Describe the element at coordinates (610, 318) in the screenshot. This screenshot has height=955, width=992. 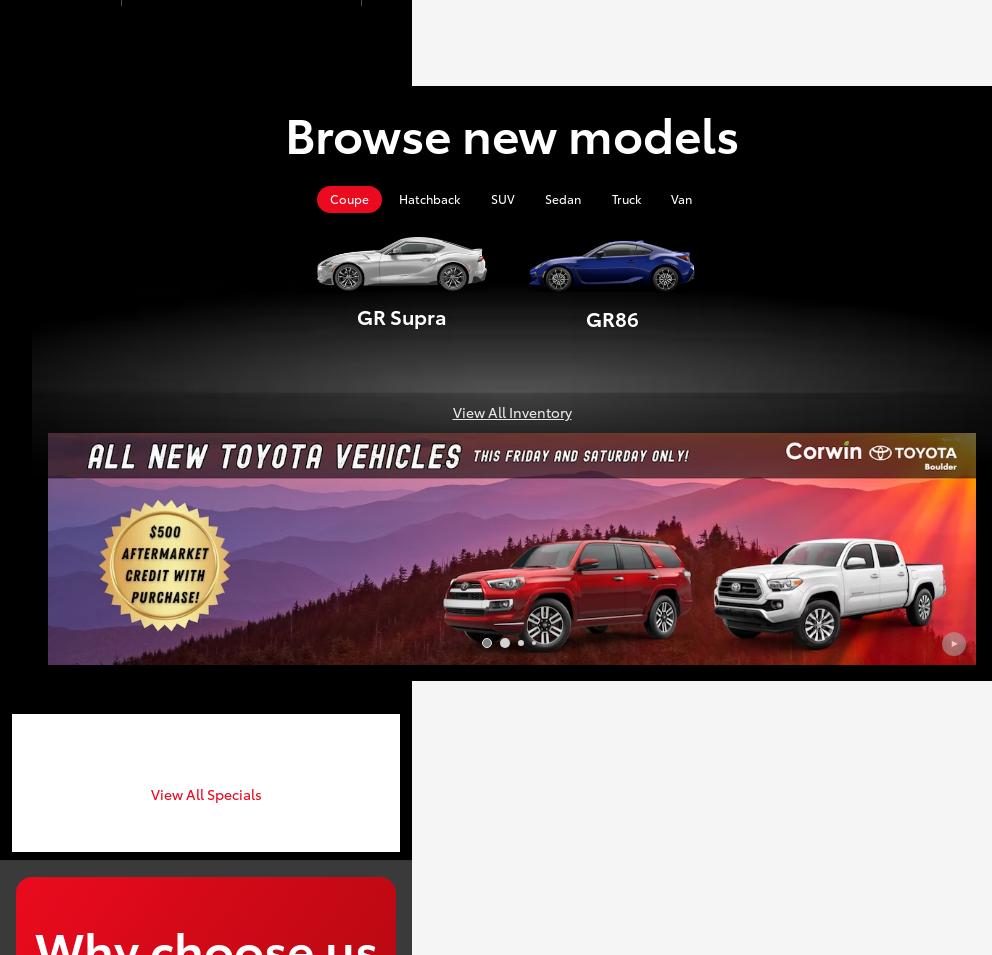
I see `'GR86'` at that location.